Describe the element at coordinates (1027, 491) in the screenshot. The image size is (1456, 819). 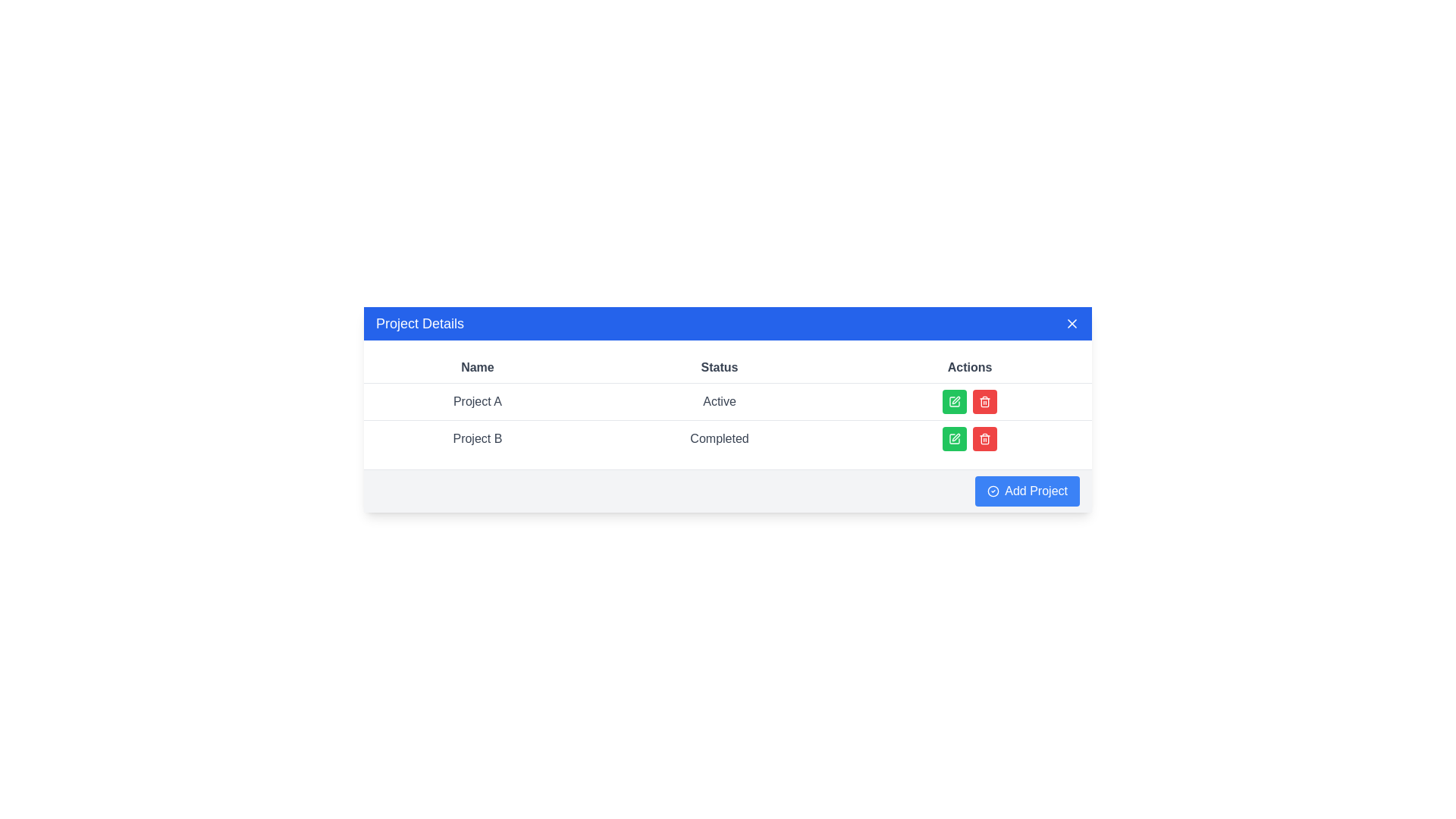
I see `the blue rectangular button with rounded corners labeled 'Add Project' located at the bottom-right of the footer section` at that location.